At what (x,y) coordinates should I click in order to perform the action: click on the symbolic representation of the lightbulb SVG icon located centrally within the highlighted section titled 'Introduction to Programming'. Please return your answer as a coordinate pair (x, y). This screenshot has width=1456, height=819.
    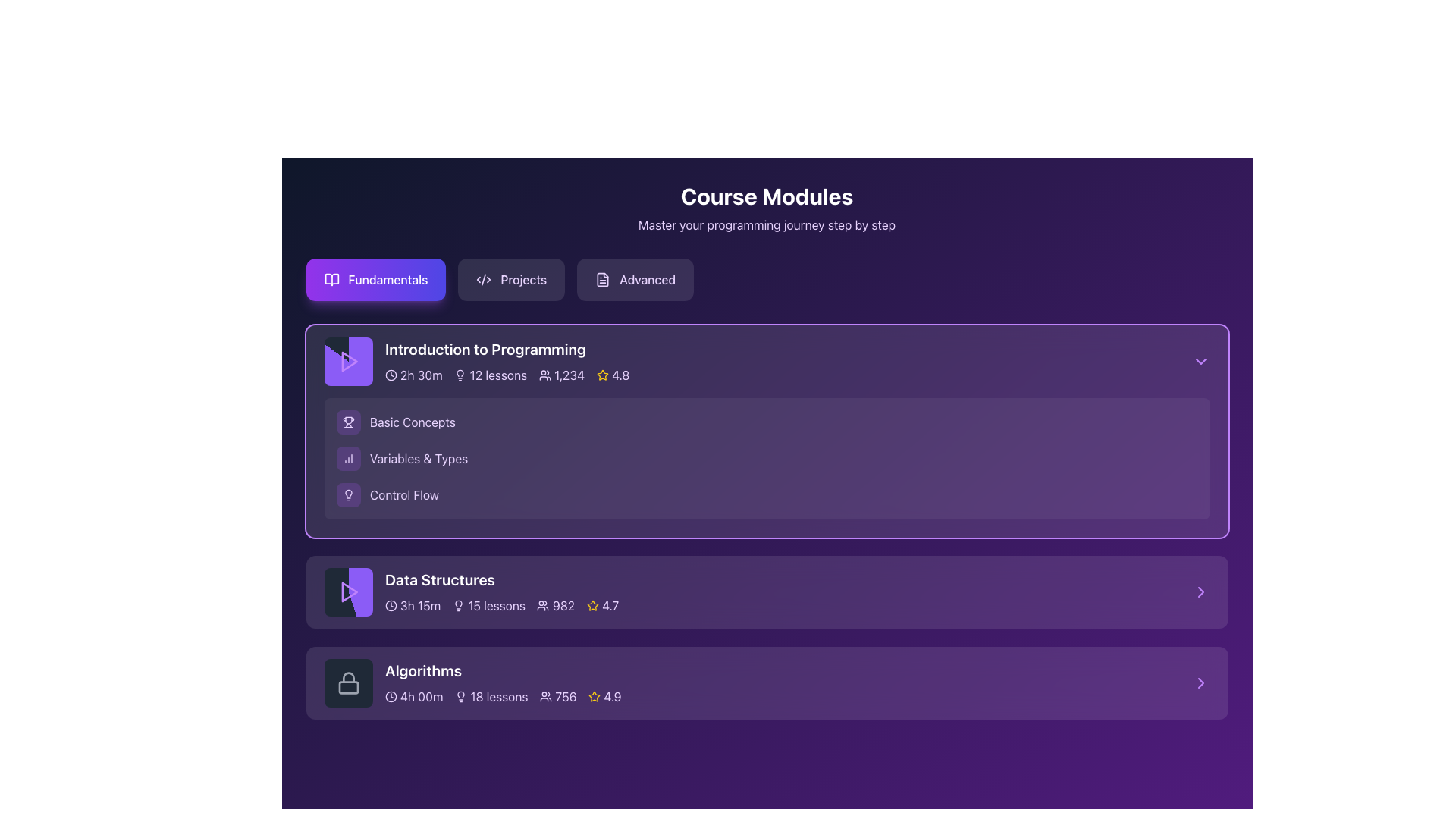
    Looking at the image, I should click on (347, 494).